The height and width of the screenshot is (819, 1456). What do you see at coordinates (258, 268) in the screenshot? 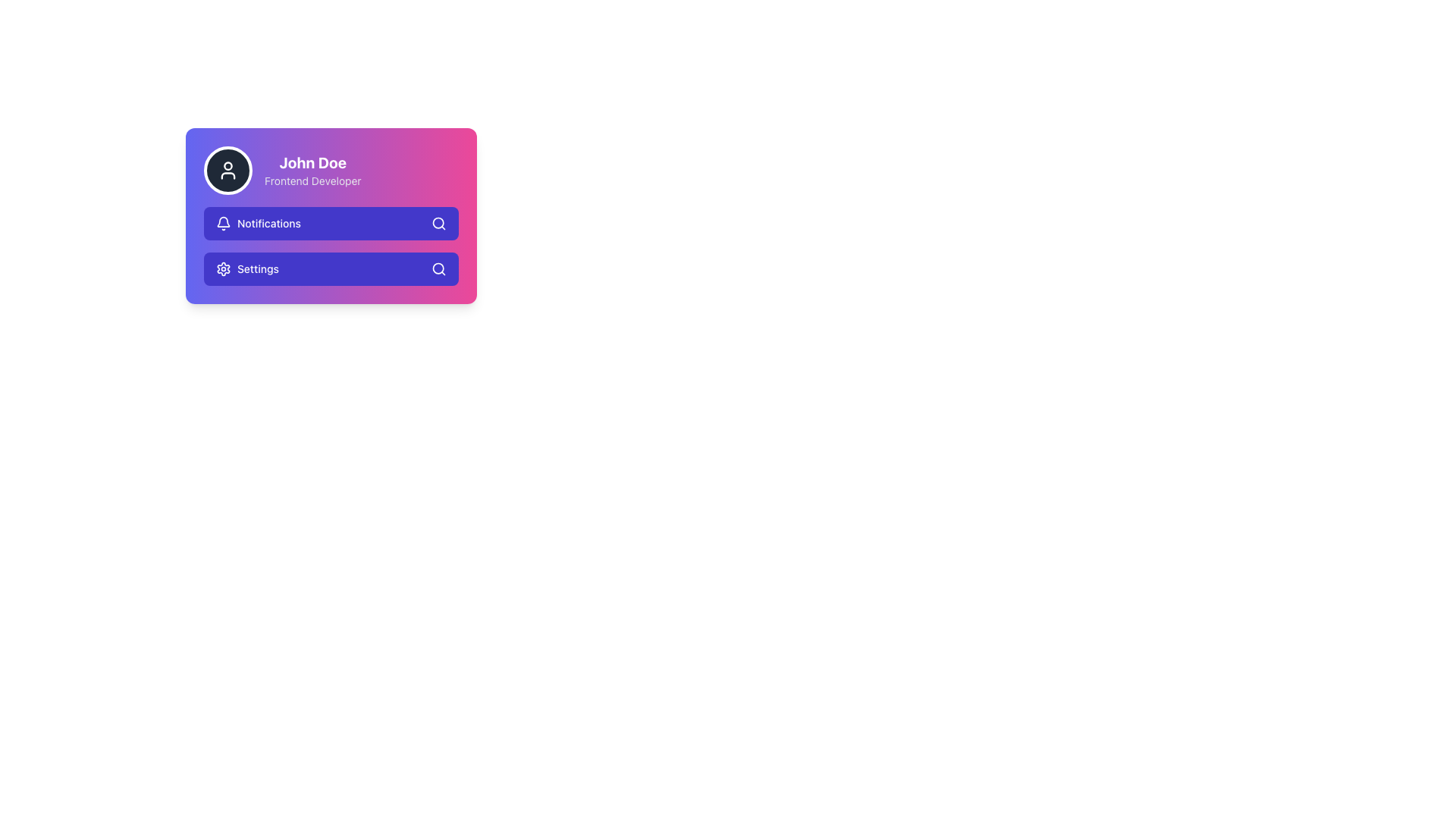
I see `the 'Settings' label, which is a white text on a blue button` at bounding box center [258, 268].